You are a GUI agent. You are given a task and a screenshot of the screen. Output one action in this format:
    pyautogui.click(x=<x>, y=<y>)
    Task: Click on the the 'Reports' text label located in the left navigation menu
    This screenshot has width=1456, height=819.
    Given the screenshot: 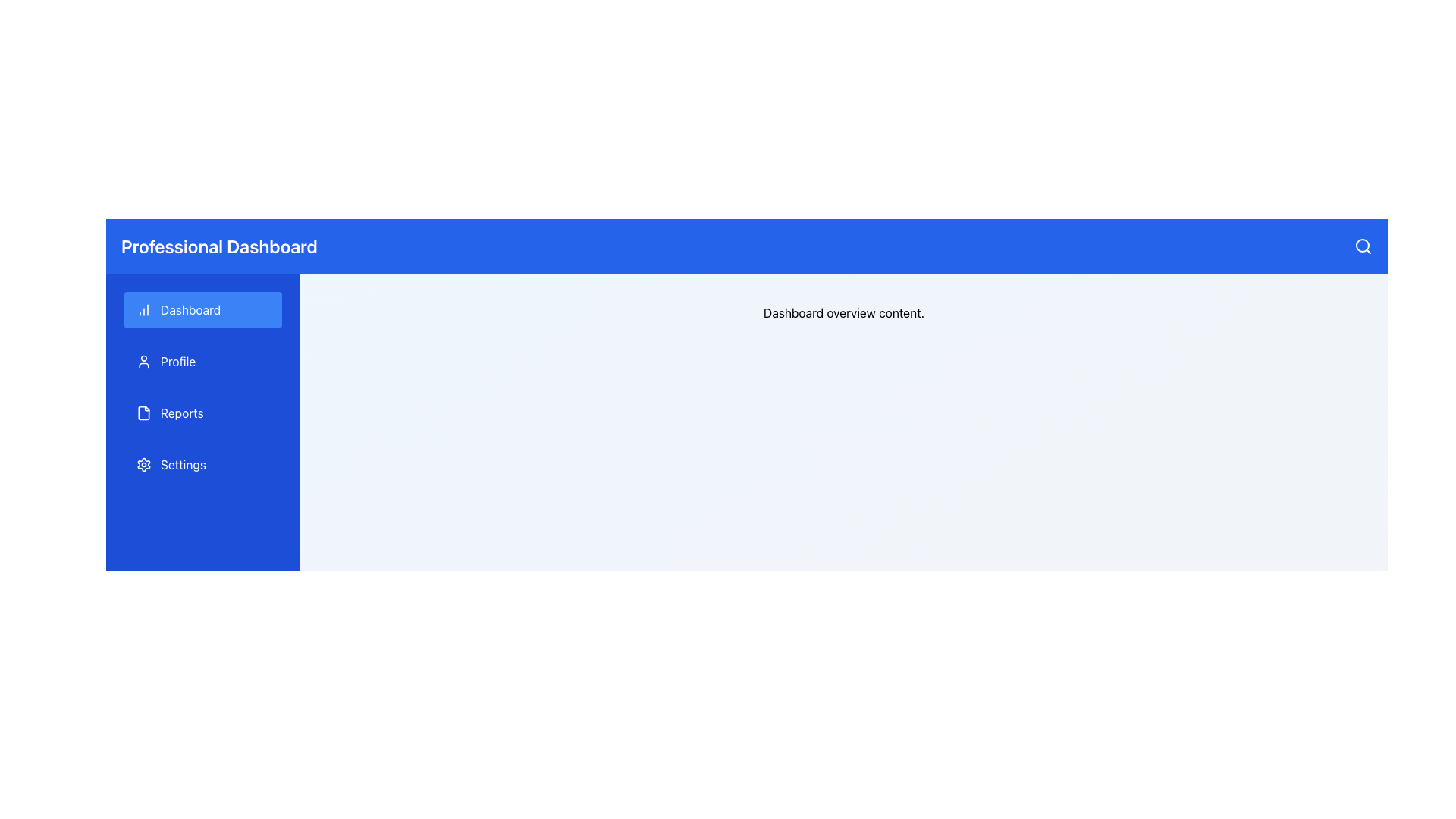 What is the action you would take?
    pyautogui.click(x=182, y=413)
    